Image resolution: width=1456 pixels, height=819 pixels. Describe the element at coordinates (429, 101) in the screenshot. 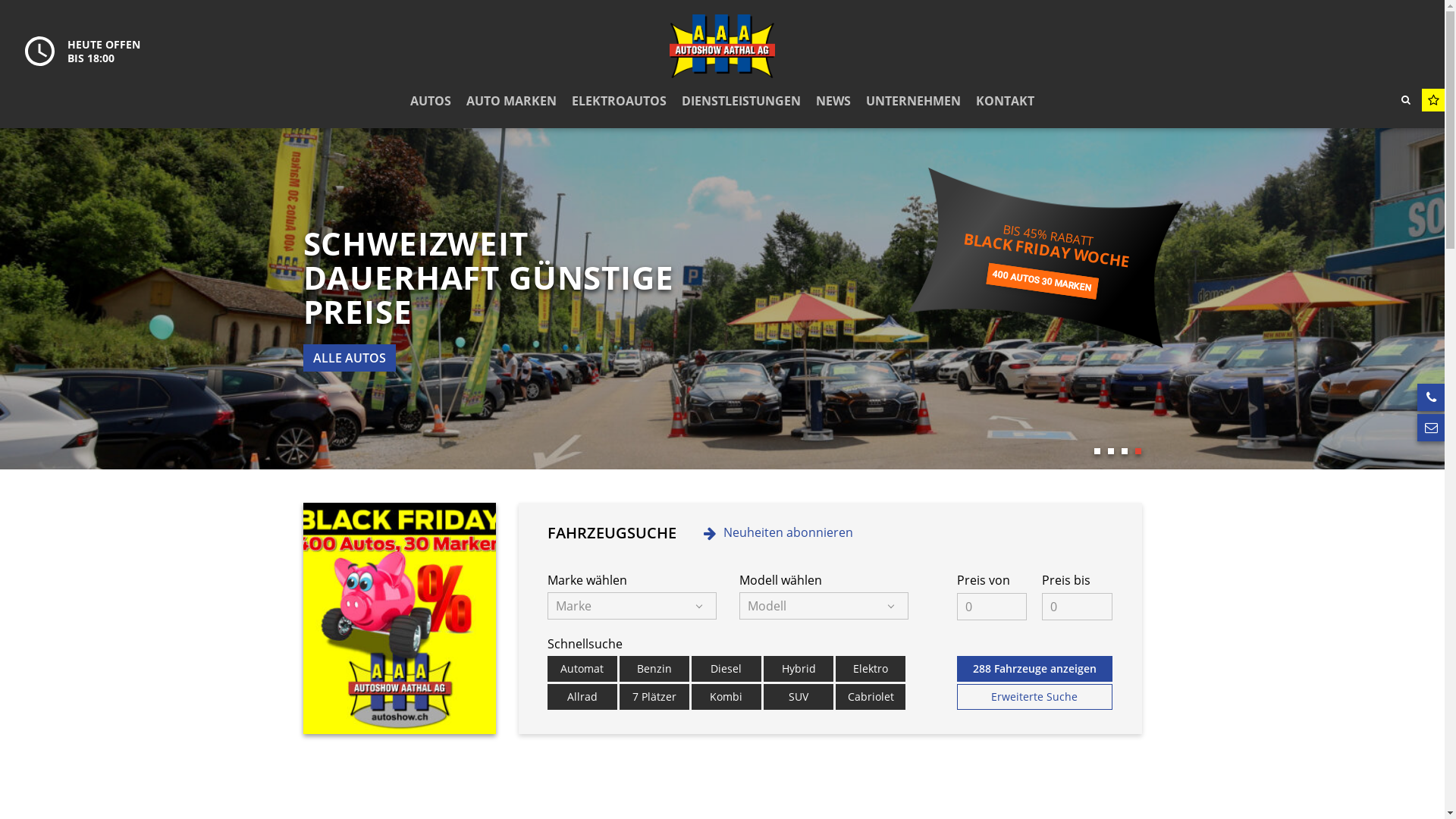

I see `'AUTOS'` at that location.